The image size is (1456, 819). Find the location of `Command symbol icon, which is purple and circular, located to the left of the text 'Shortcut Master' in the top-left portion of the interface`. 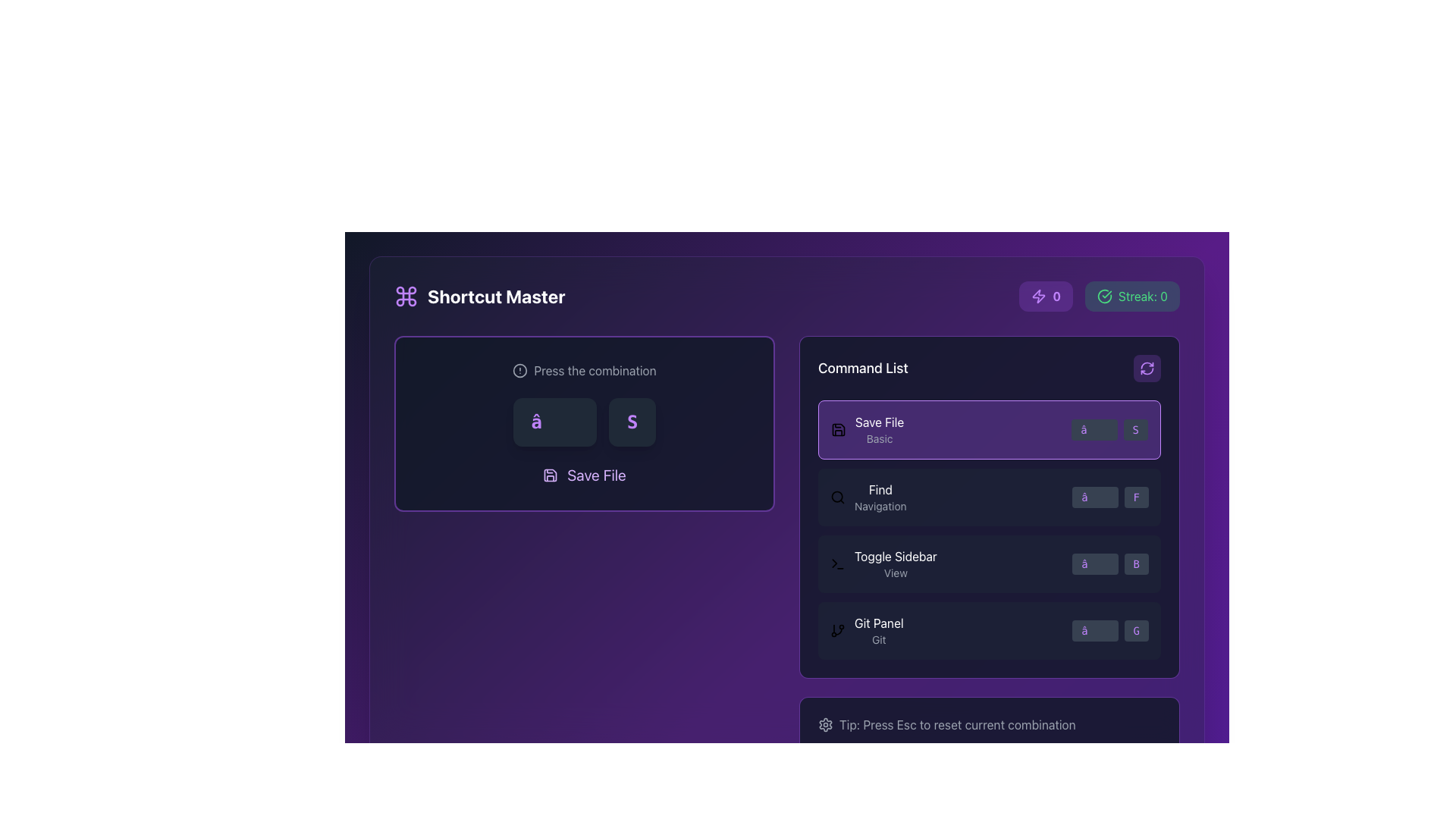

Command symbol icon, which is purple and circular, located to the left of the text 'Shortcut Master' in the top-left portion of the interface is located at coordinates (406, 296).